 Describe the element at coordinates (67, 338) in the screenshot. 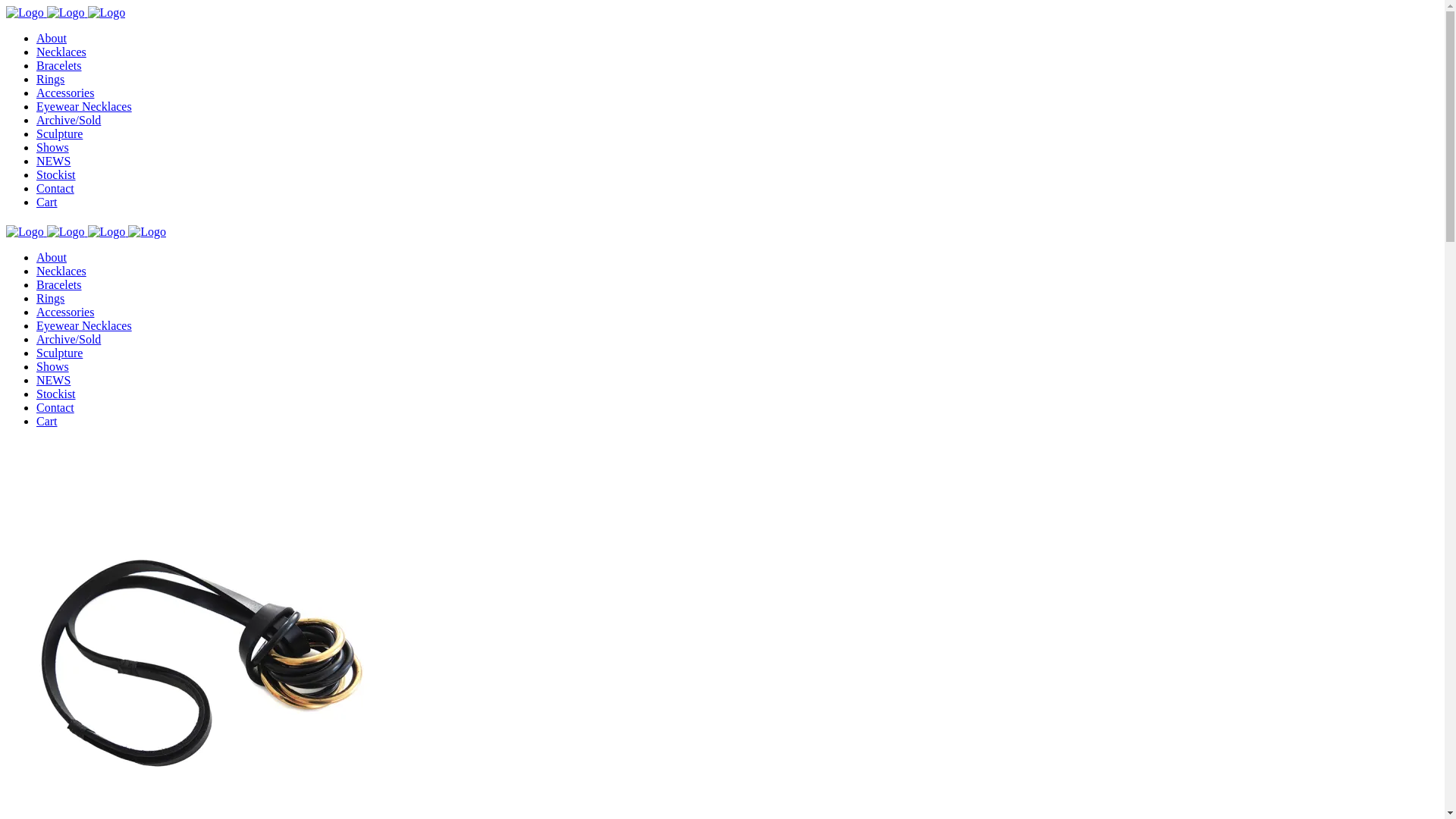

I see `'Archive/Sold'` at that location.